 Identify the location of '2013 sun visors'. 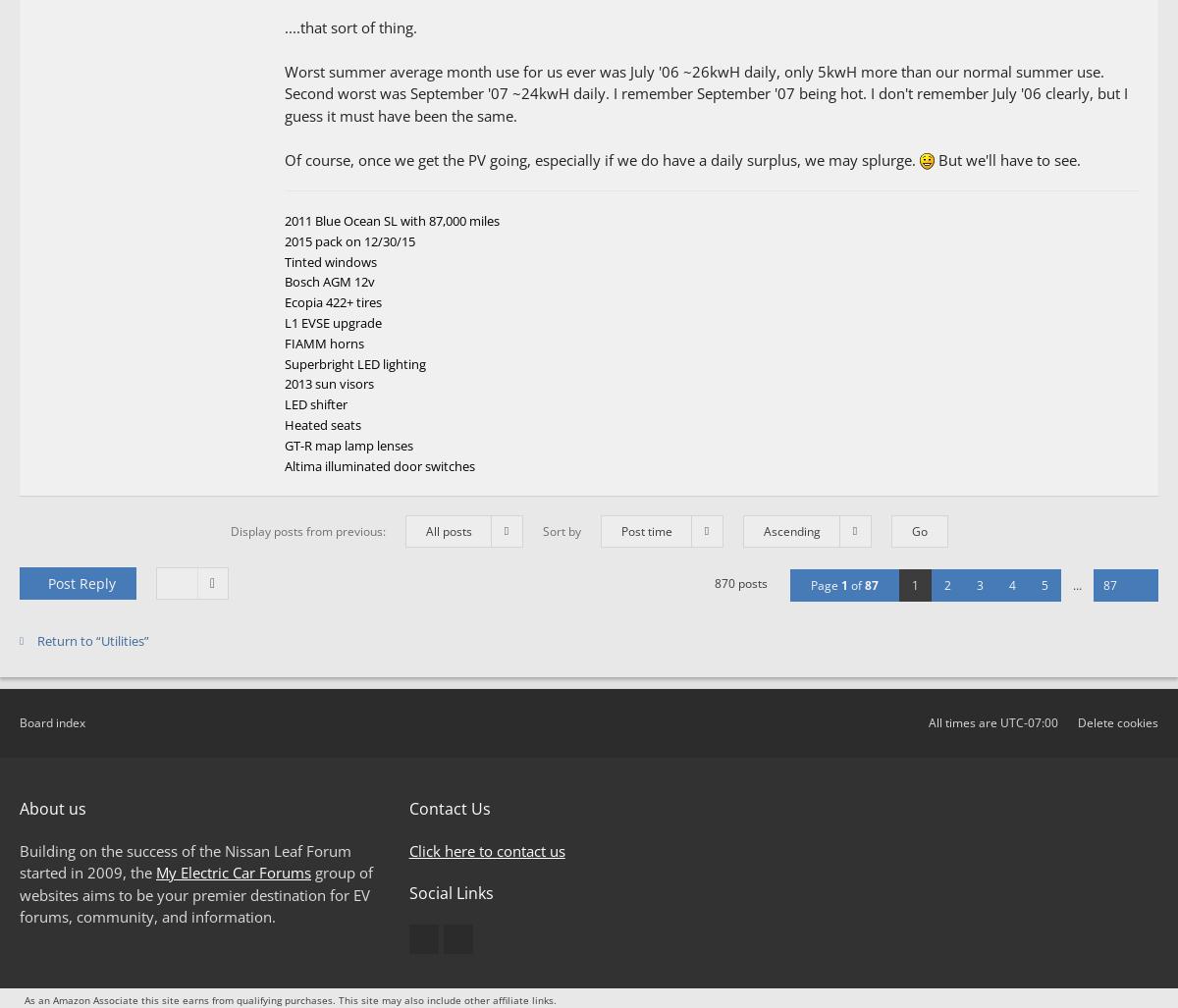
(329, 383).